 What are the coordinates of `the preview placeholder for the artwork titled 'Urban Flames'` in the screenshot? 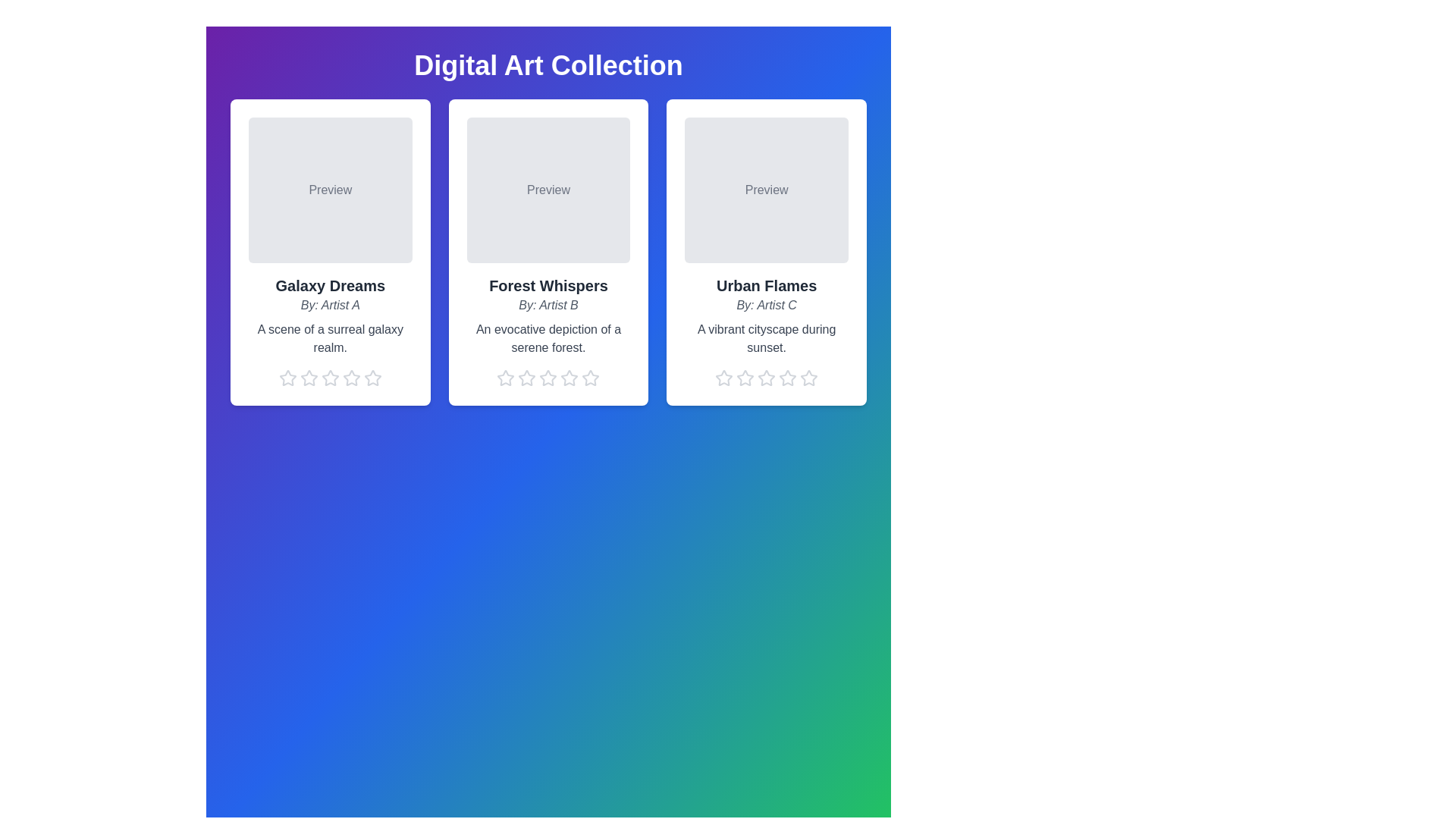 It's located at (767, 189).